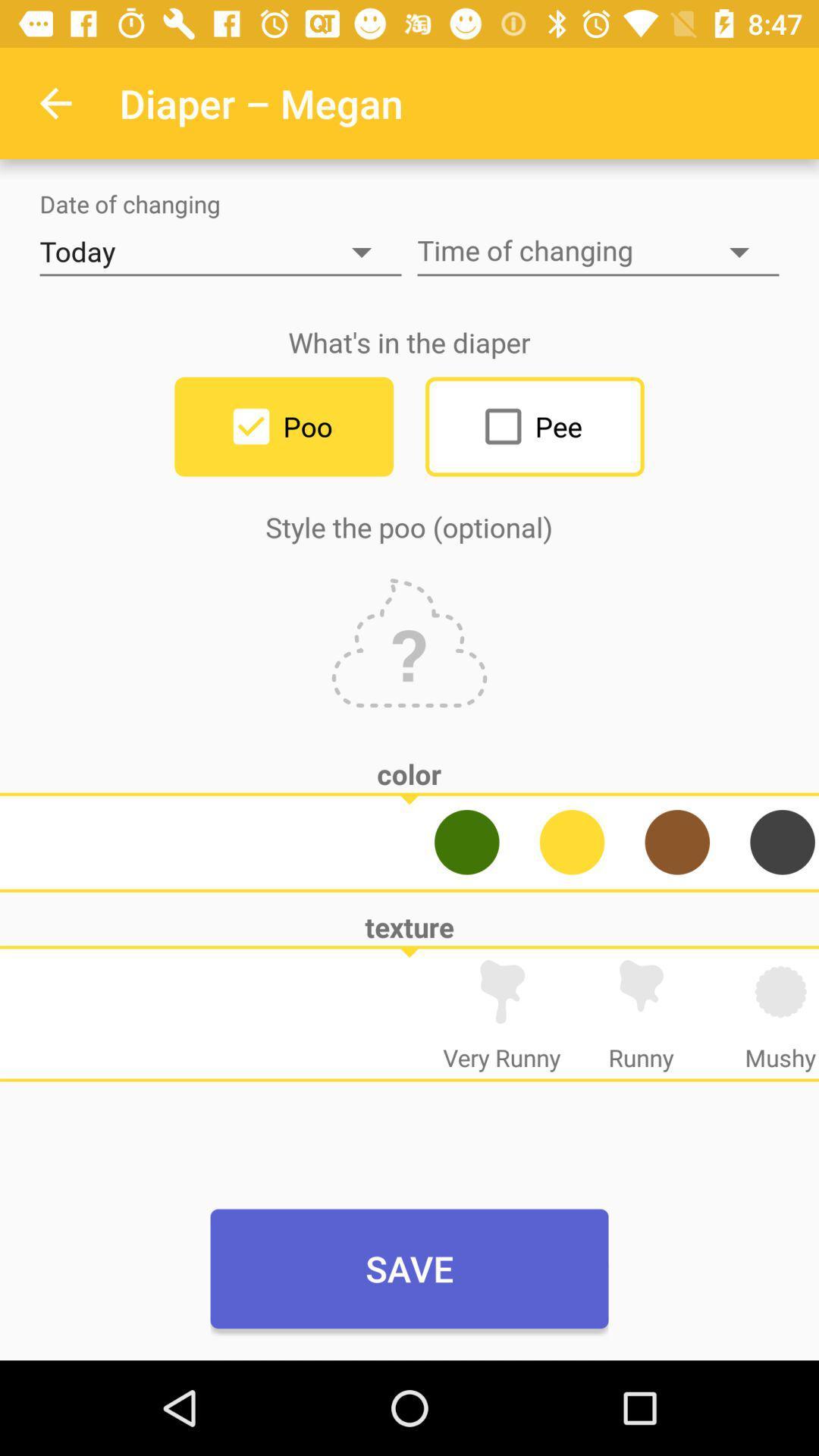 The image size is (819, 1456). I want to click on change to brown color, so click(676, 841).